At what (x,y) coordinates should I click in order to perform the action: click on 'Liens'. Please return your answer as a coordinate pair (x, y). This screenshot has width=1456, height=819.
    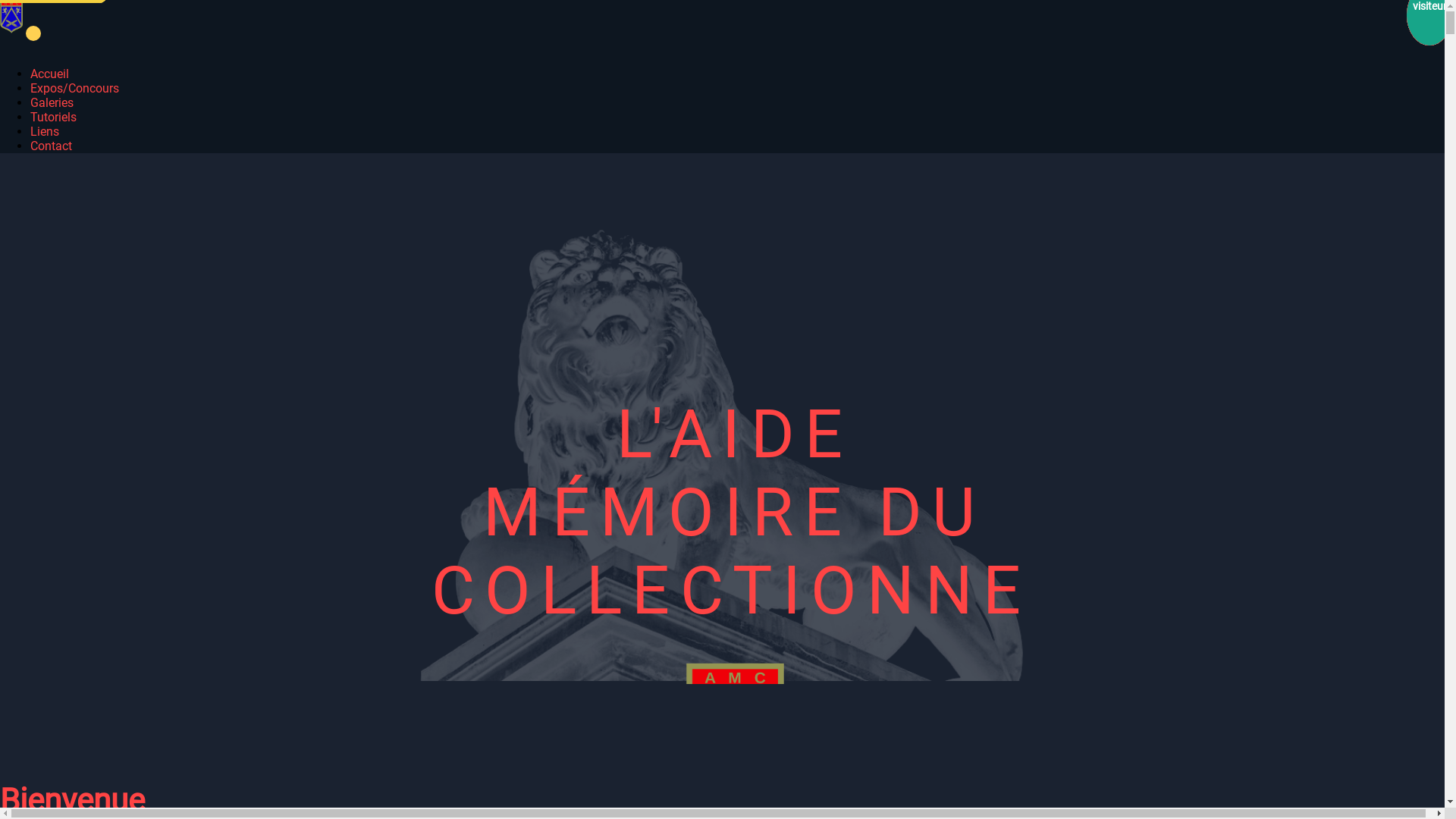
    Looking at the image, I should click on (30, 130).